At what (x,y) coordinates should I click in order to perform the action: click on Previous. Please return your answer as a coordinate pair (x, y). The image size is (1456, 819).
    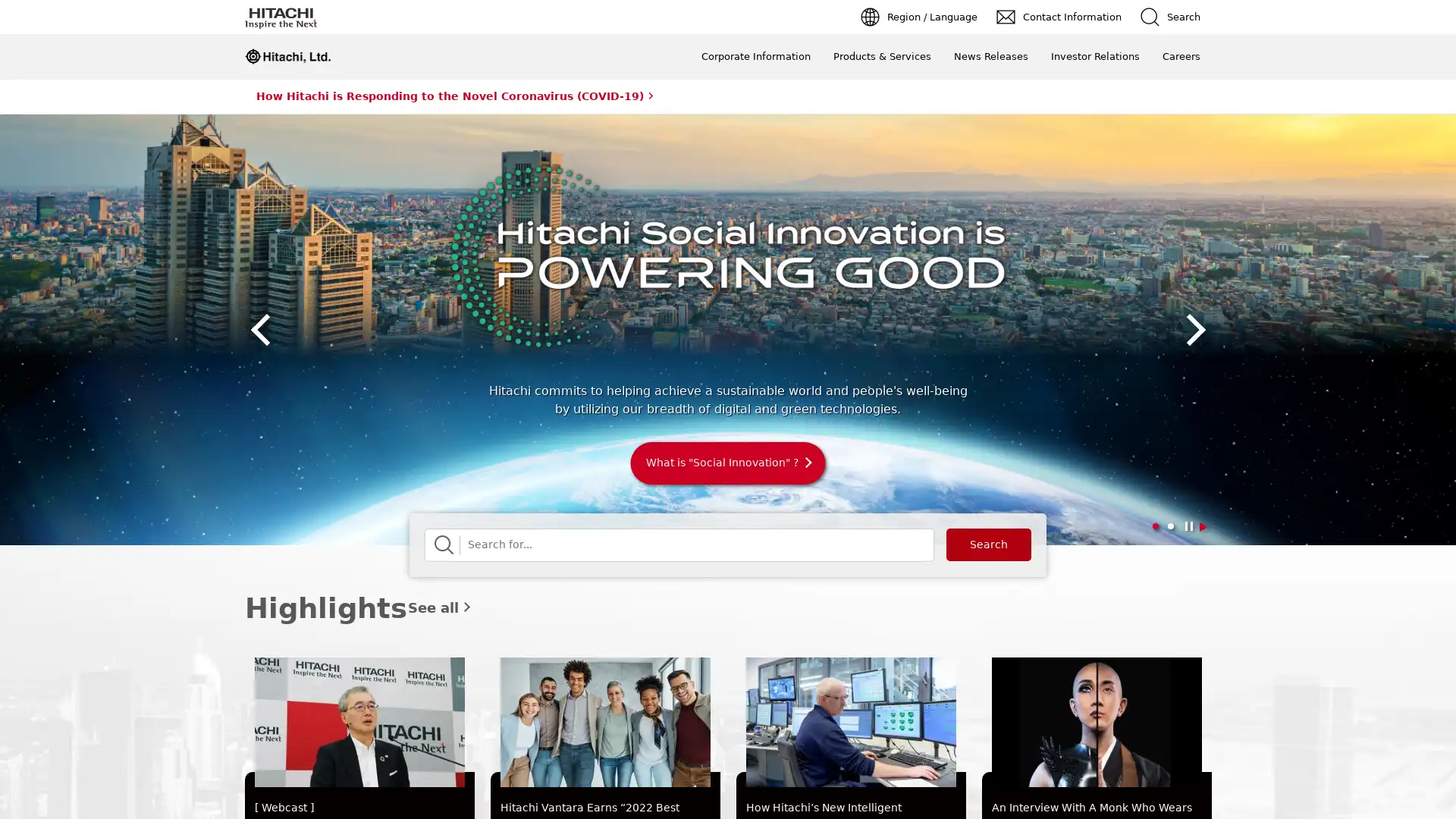
    Looking at the image, I should click on (262, 329).